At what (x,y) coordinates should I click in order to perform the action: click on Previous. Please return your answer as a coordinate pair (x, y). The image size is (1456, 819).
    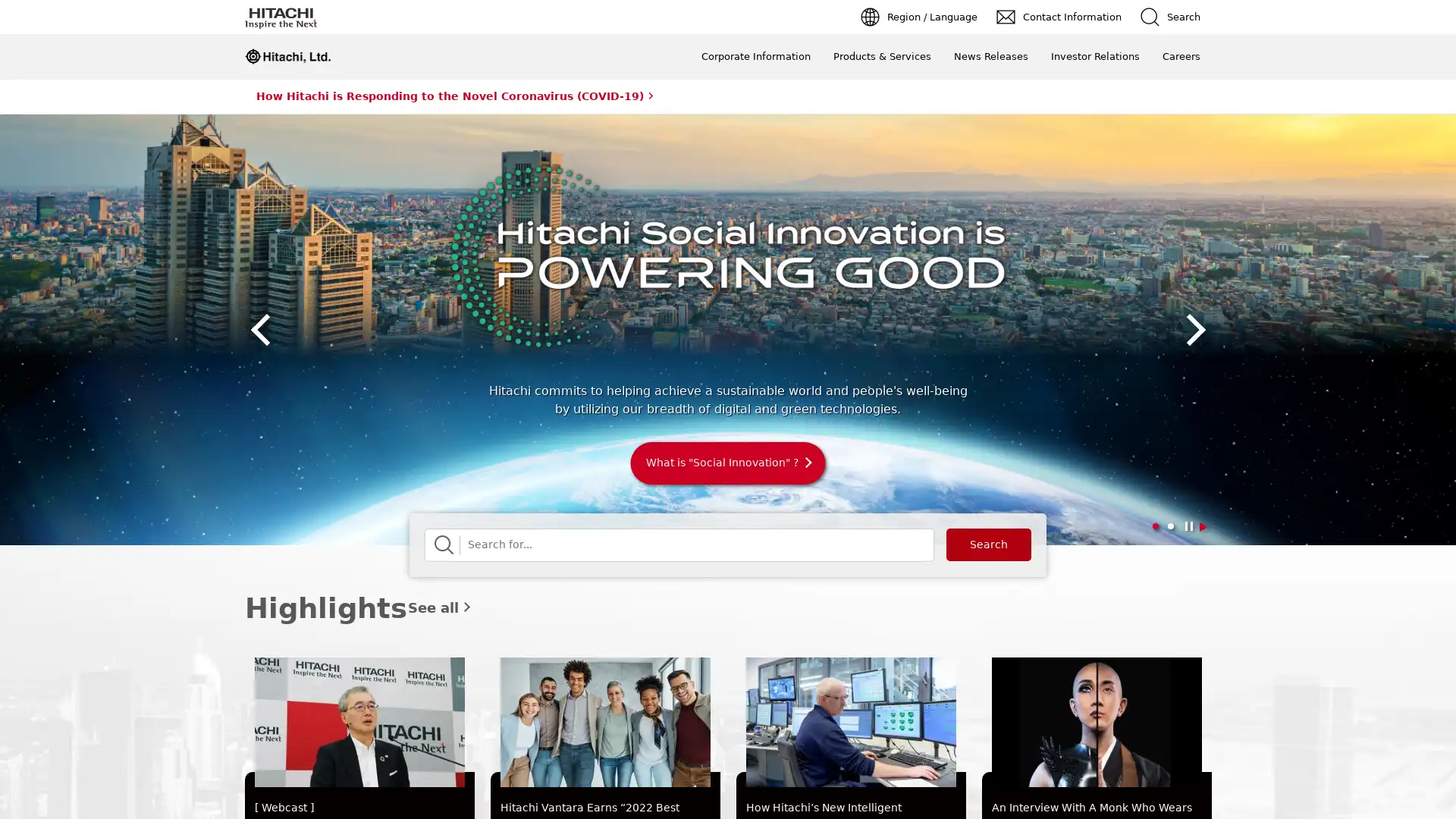
    Looking at the image, I should click on (262, 329).